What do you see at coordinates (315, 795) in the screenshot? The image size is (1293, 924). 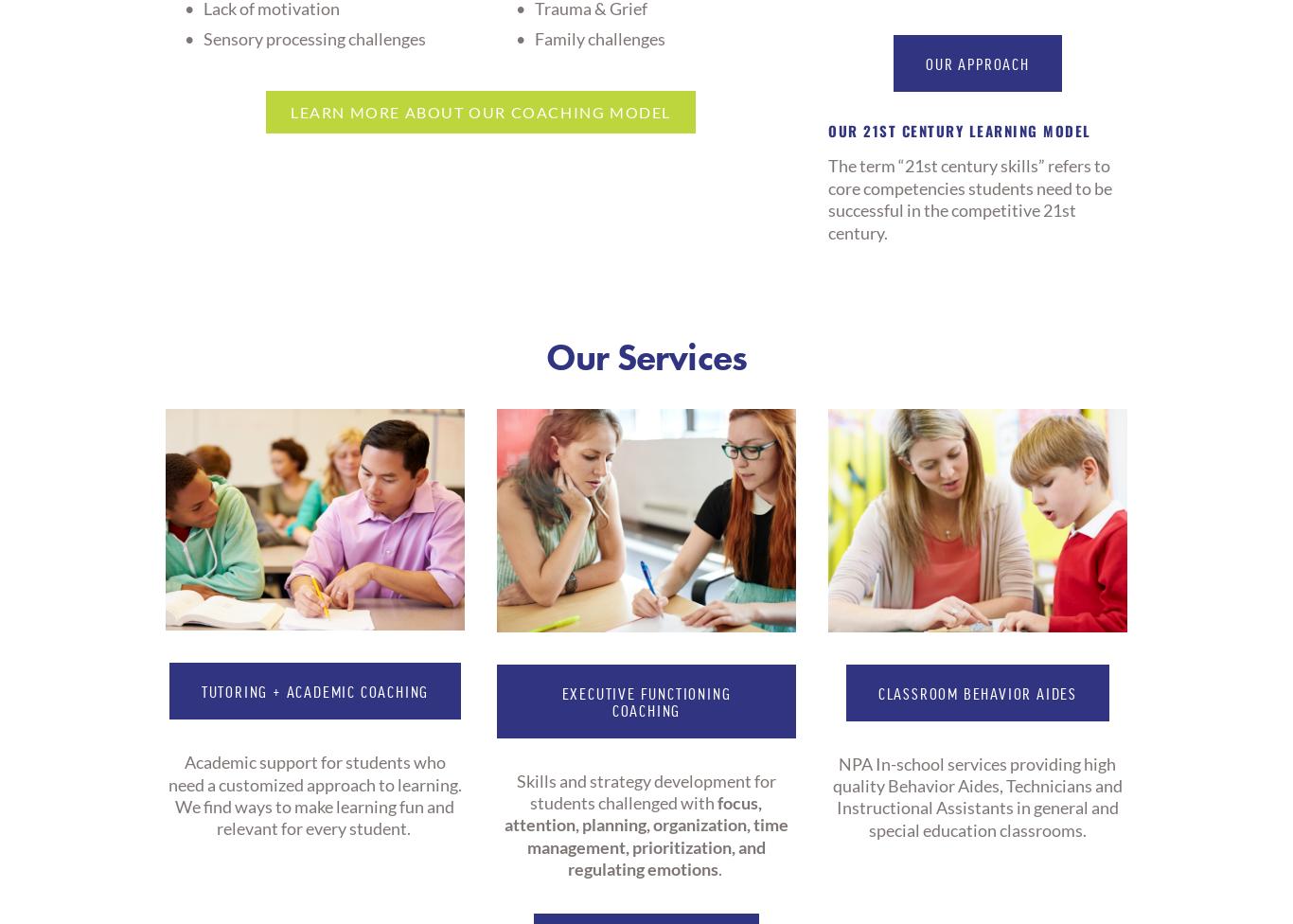 I see `'Academic support for students who need a customized approach to learning. We find ways to make learning fun and relevant for every student.'` at bounding box center [315, 795].